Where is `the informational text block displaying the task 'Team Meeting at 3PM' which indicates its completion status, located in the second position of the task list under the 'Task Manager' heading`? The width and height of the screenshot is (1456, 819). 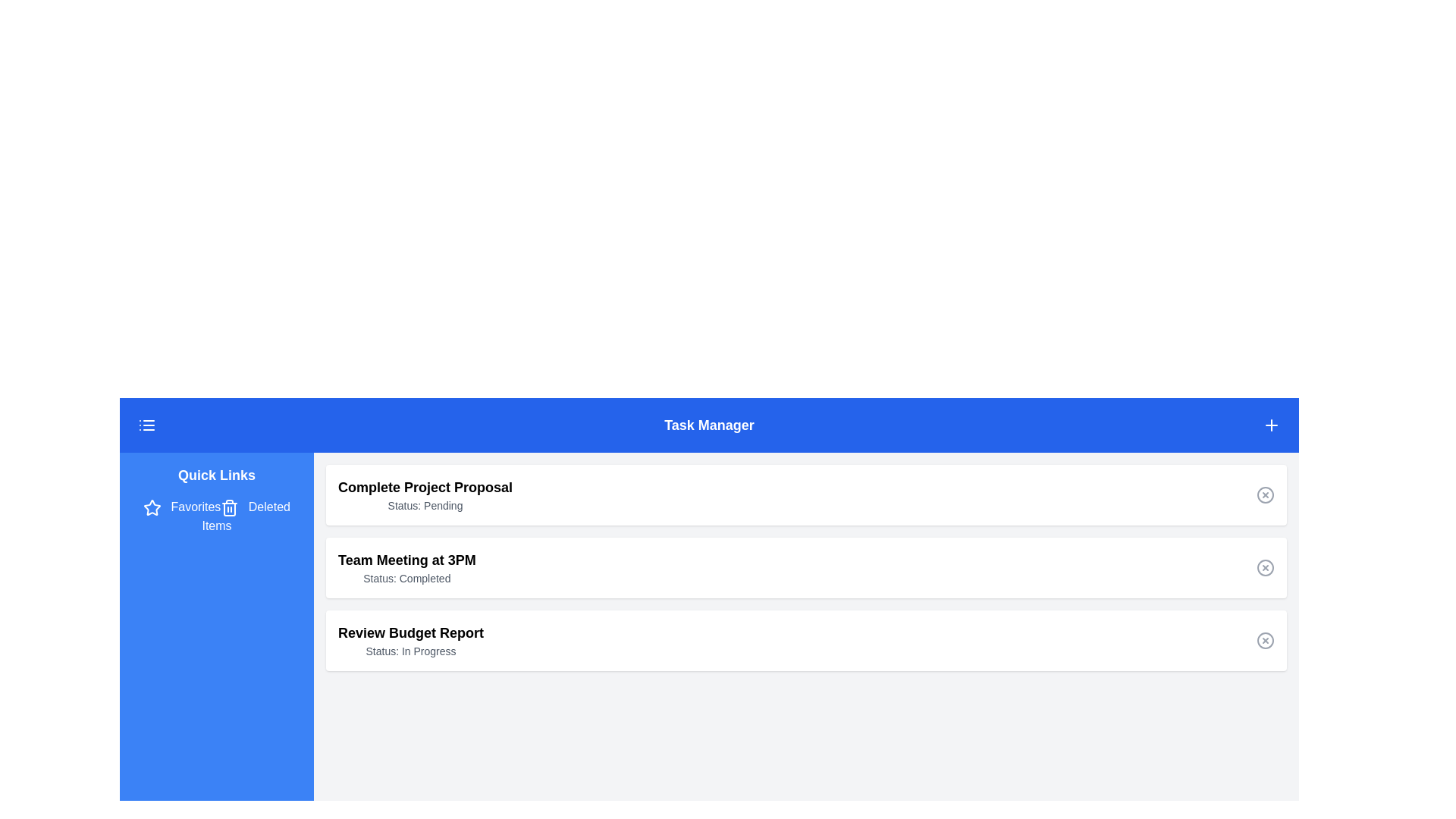
the informational text block displaying the task 'Team Meeting at 3PM' which indicates its completion status, located in the second position of the task list under the 'Task Manager' heading is located at coordinates (406, 567).